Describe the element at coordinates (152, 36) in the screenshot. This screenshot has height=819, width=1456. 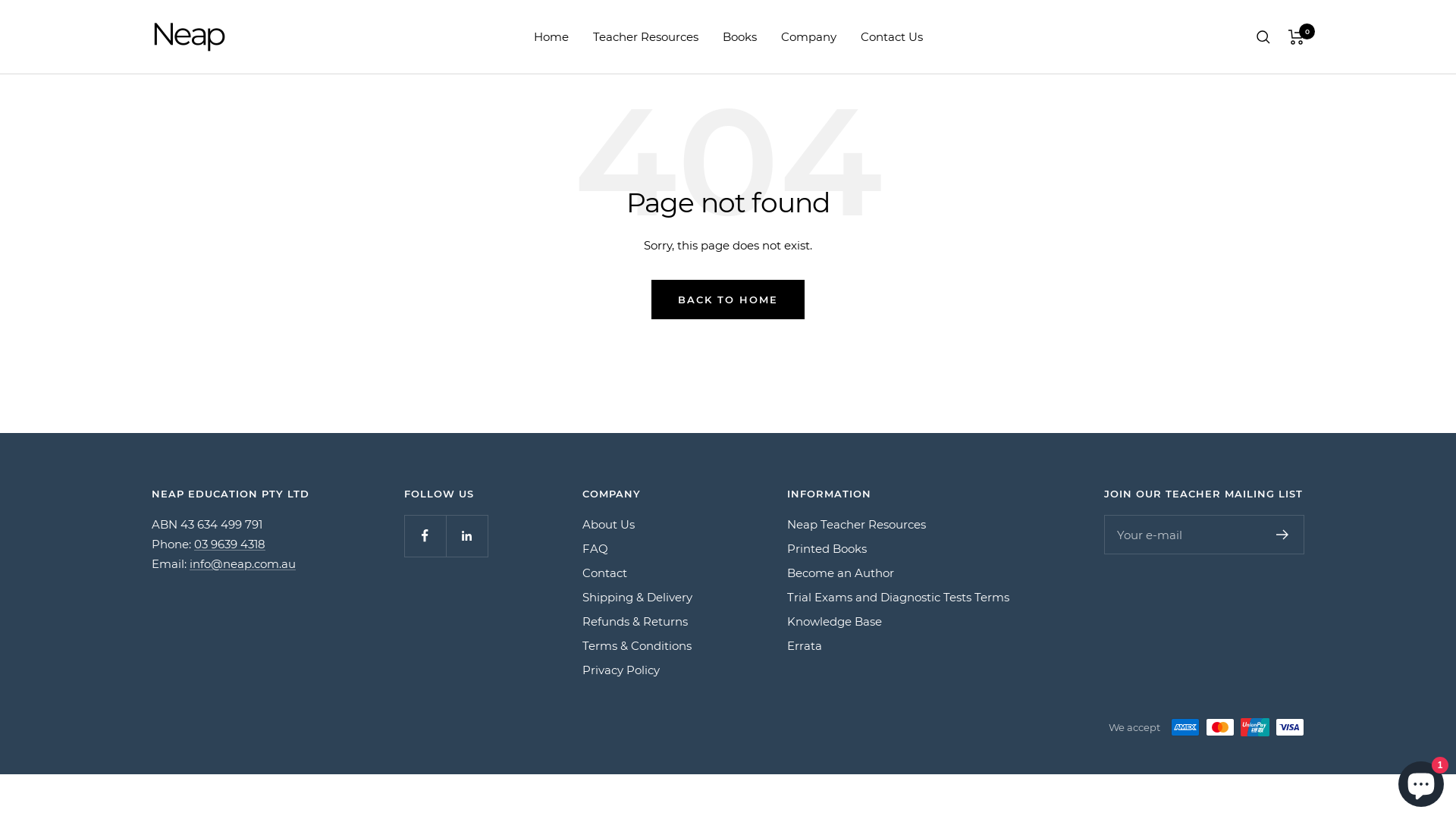
I see `'Neap Education'` at that location.